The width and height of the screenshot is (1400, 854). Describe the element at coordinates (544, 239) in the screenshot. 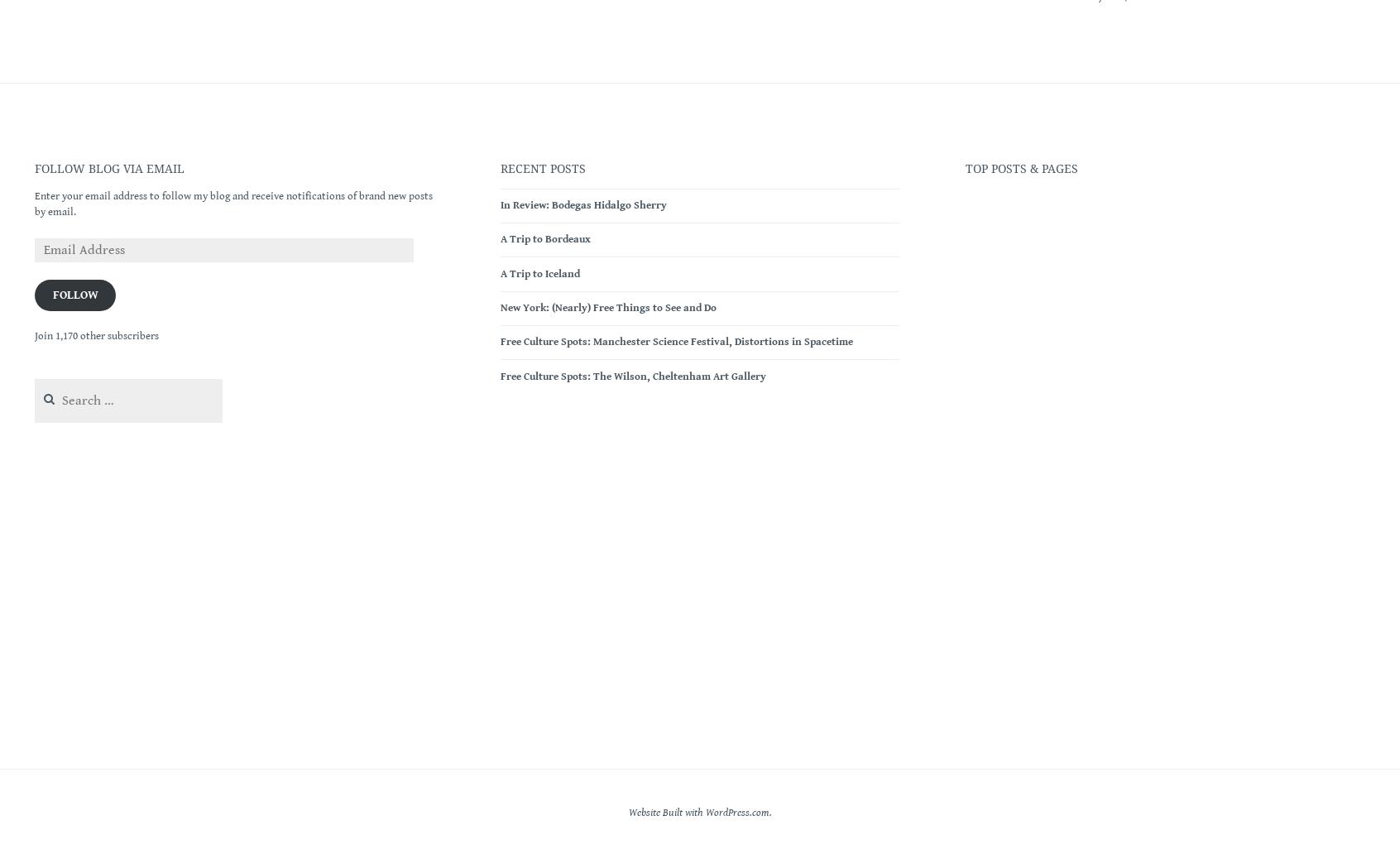

I see `'A Trip to Bordeaux'` at that location.